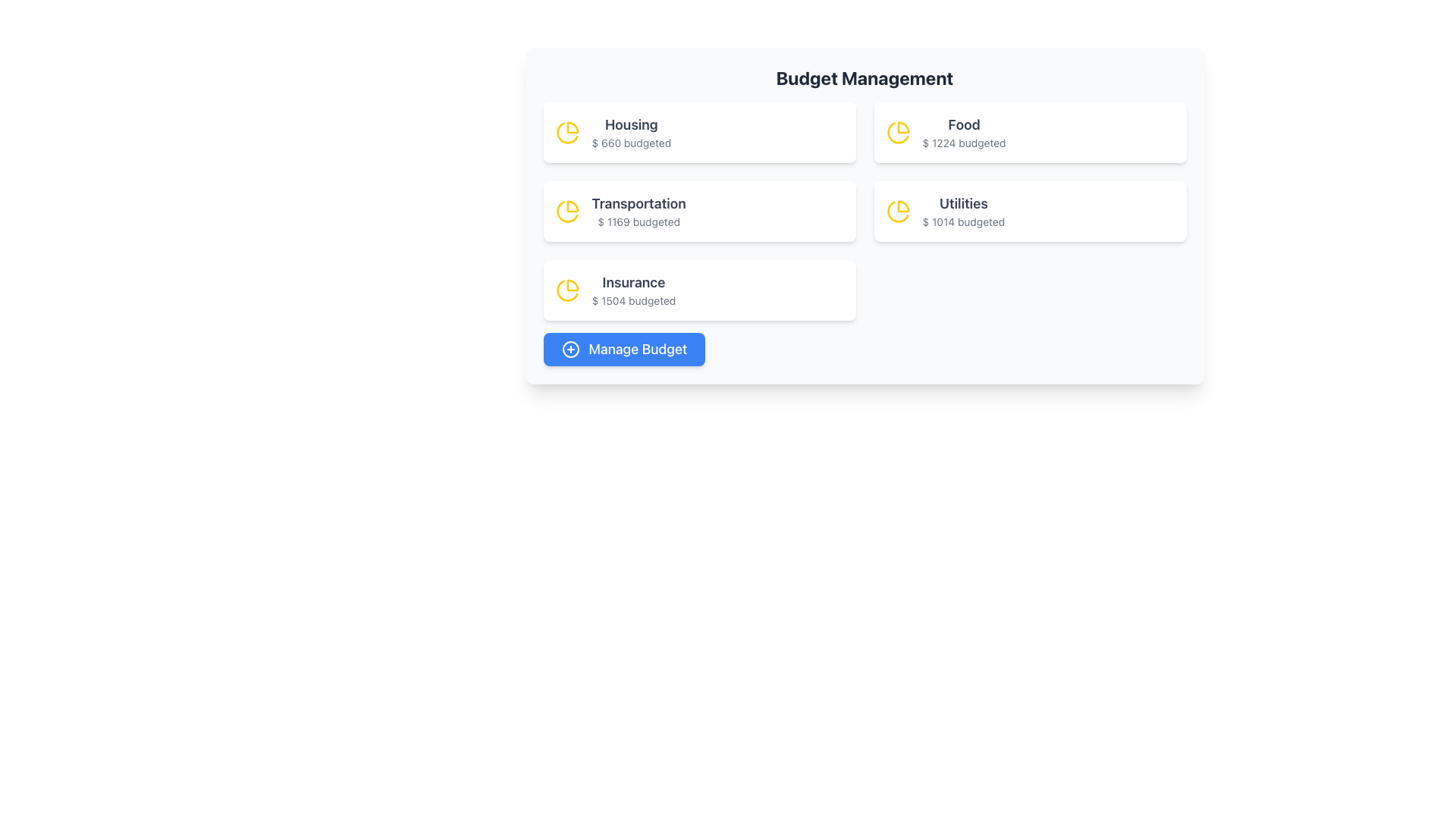  I want to click on the 'Utilities' summary box in the Budget Management section, so click(1030, 211).